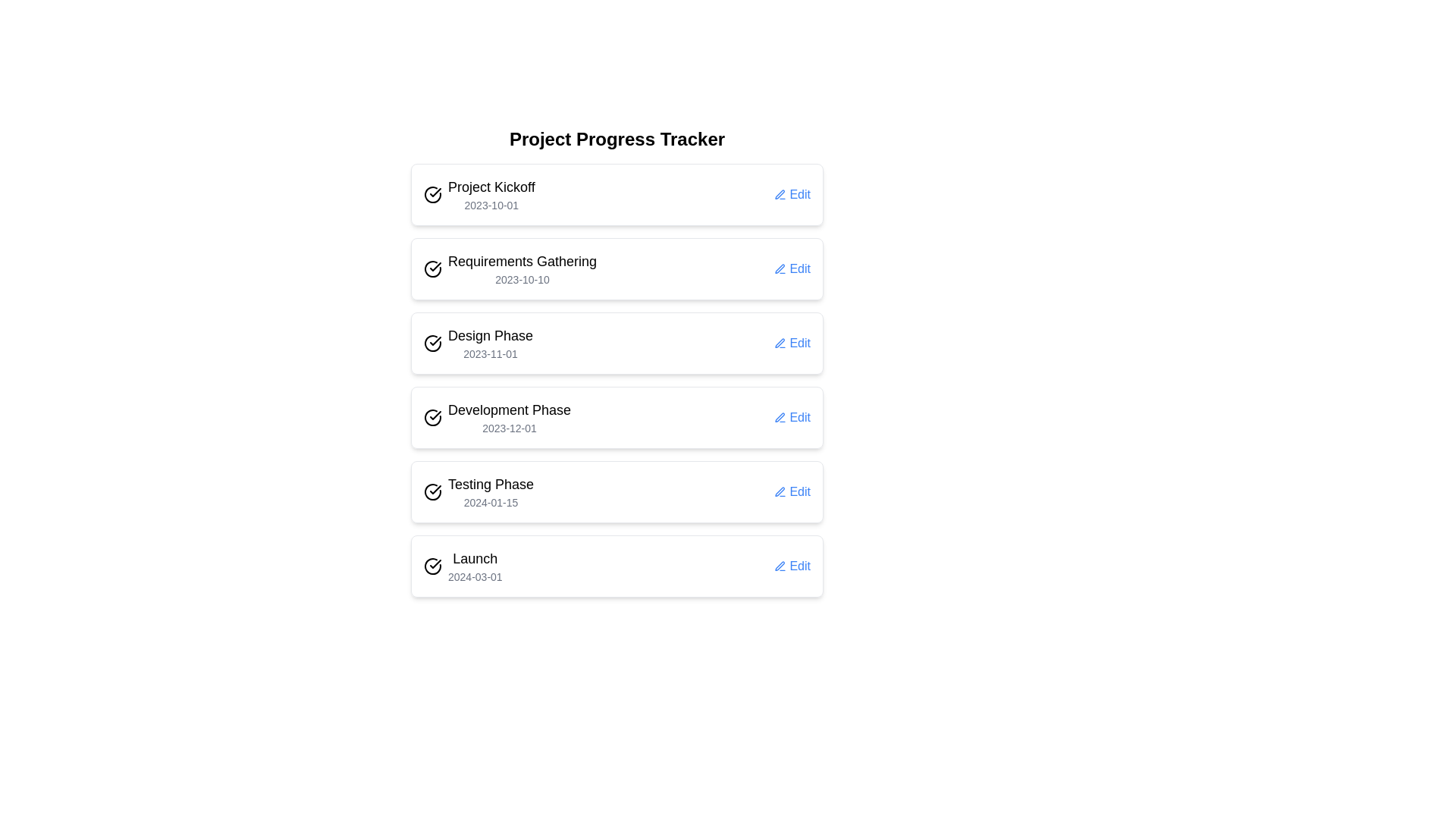 Image resolution: width=1456 pixels, height=819 pixels. Describe the element at coordinates (435, 415) in the screenshot. I see `the small right-pointing checkmark icon located to the left of the 'Development Phase' text, which indicates completion or correctness` at that location.